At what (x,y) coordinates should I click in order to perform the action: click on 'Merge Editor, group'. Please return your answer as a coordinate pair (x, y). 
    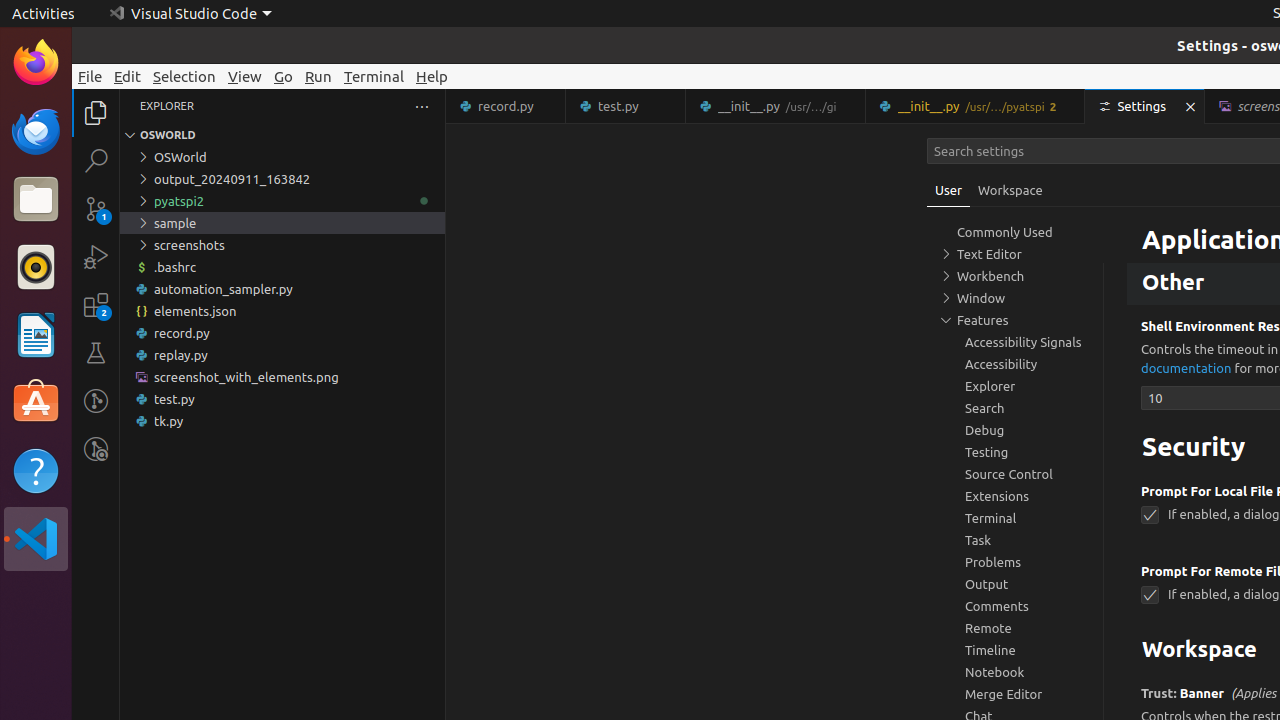
    Looking at the image, I should click on (1015, 693).